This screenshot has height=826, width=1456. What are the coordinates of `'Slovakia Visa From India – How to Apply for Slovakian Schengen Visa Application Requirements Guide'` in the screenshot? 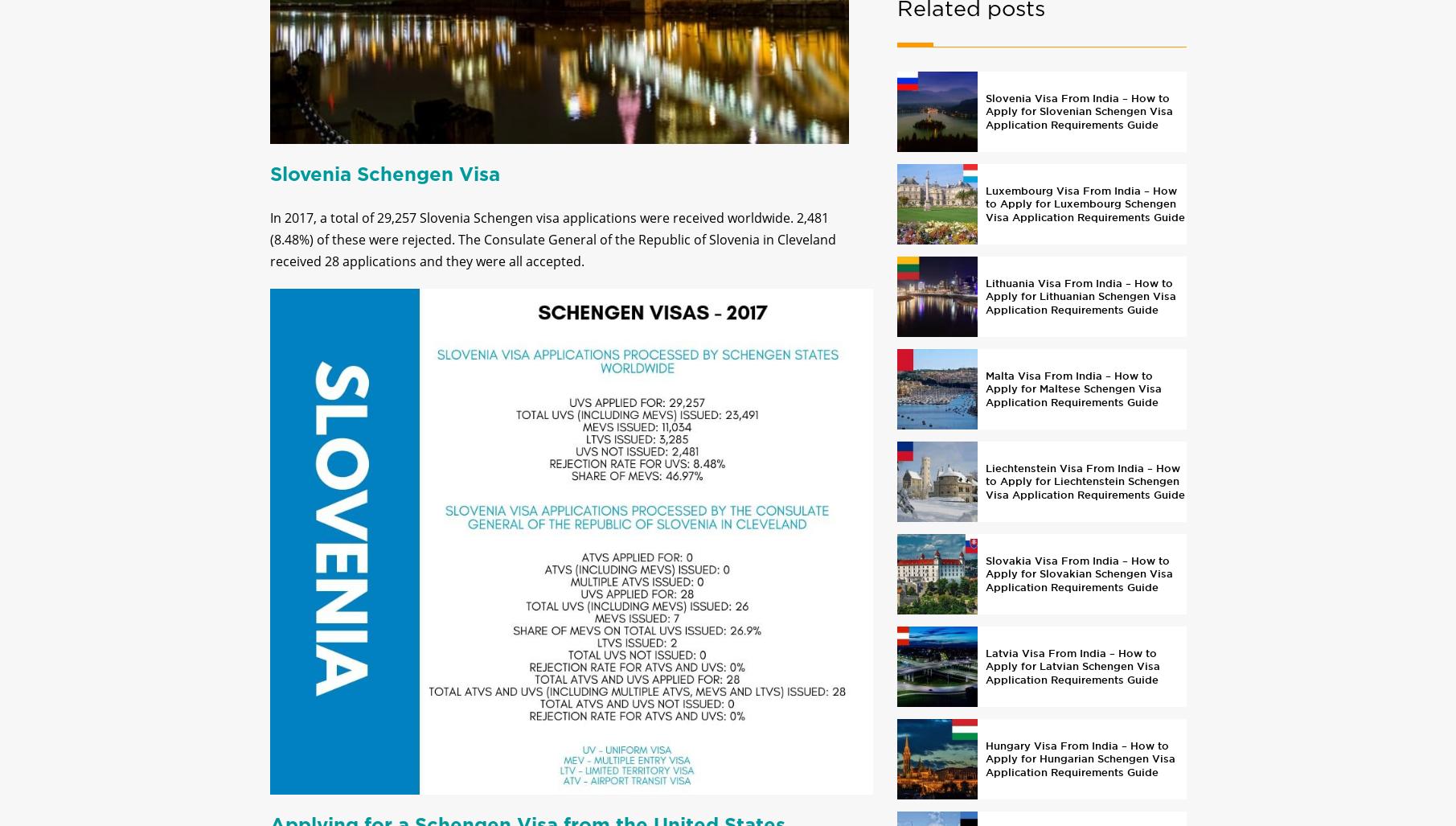 It's located at (984, 586).